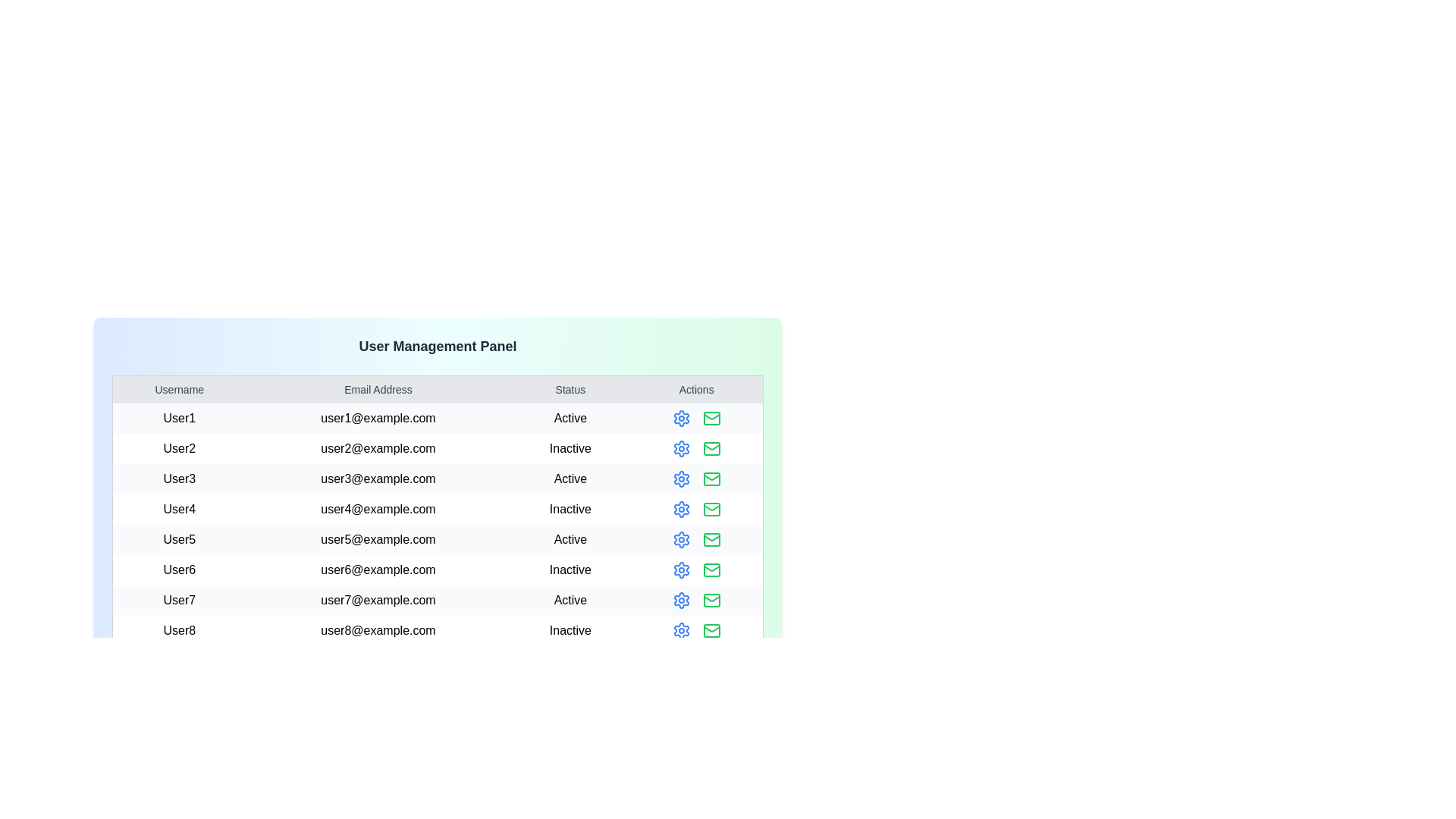 This screenshot has height=819, width=1456. Describe the element at coordinates (711, 631) in the screenshot. I see `the mail icon for the user identified by User8` at that location.